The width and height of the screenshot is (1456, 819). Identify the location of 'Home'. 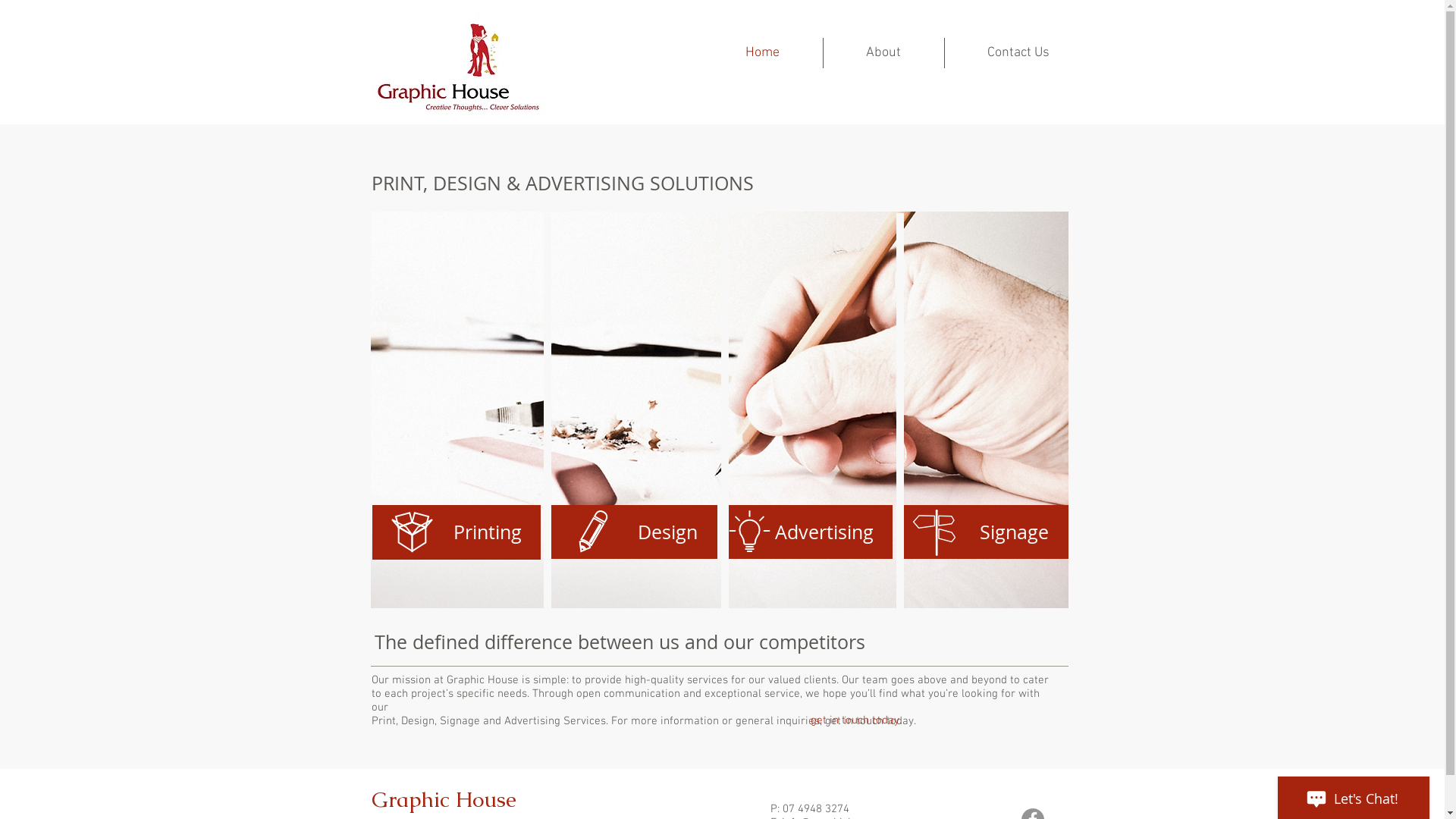
(762, 52).